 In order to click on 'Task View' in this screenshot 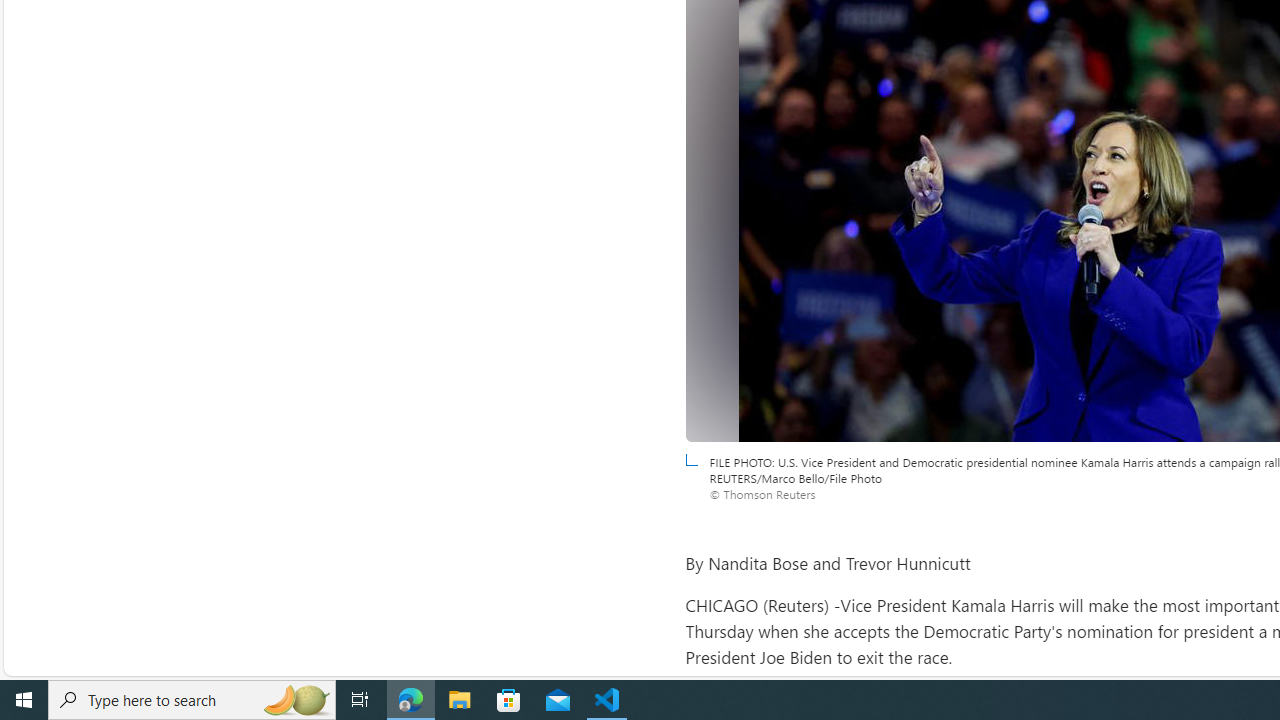, I will do `click(359, 698)`.